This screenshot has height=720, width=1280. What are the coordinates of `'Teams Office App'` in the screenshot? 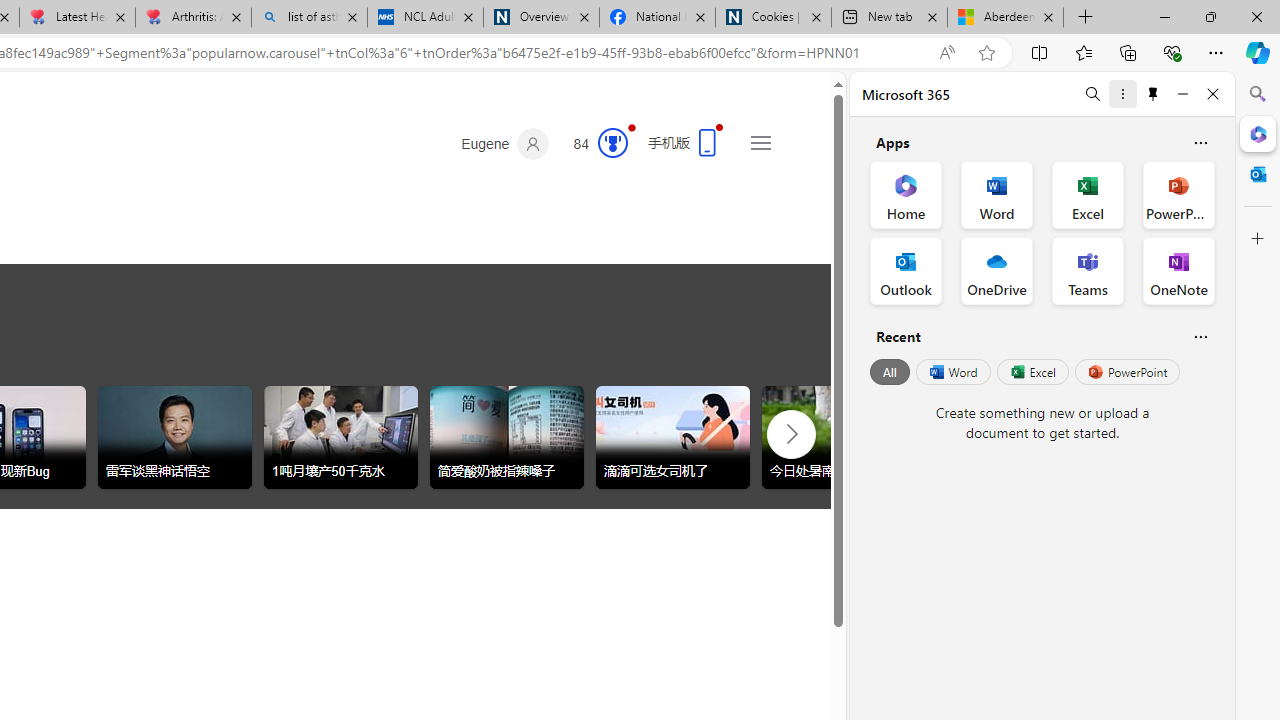 It's located at (1087, 271).